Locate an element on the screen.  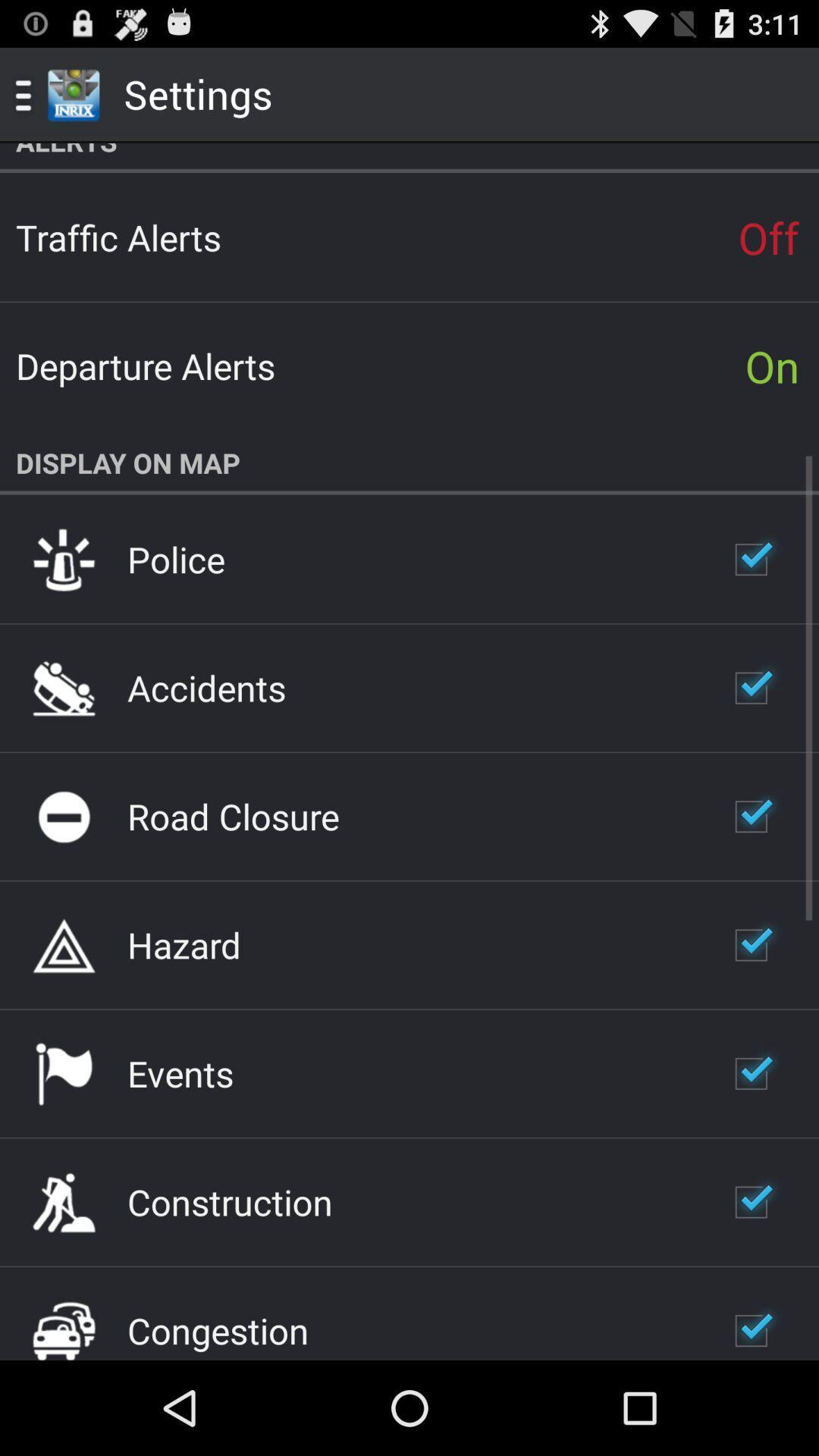
the police icon is located at coordinates (175, 558).